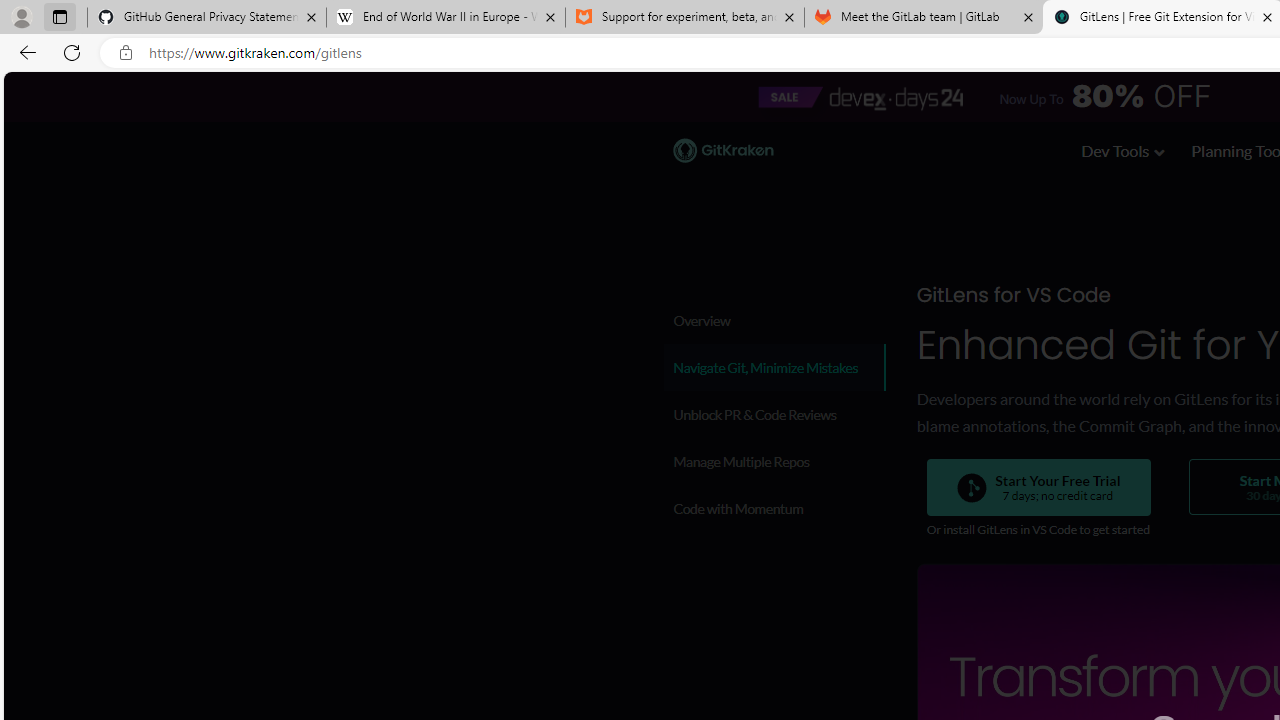  Describe the element at coordinates (773, 461) in the screenshot. I see `'Manage Multiple Repos'` at that location.